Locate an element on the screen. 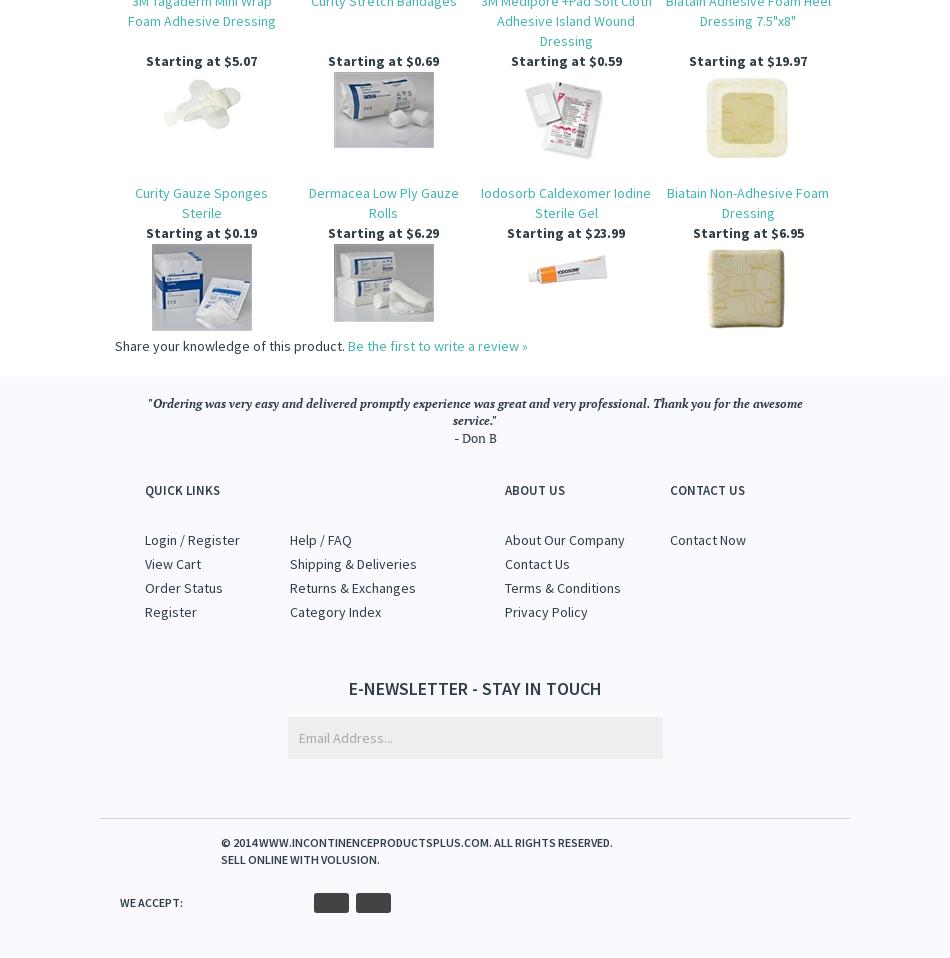 The image size is (950, 958). 'Be the first to write a review »' is located at coordinates (346, 345).